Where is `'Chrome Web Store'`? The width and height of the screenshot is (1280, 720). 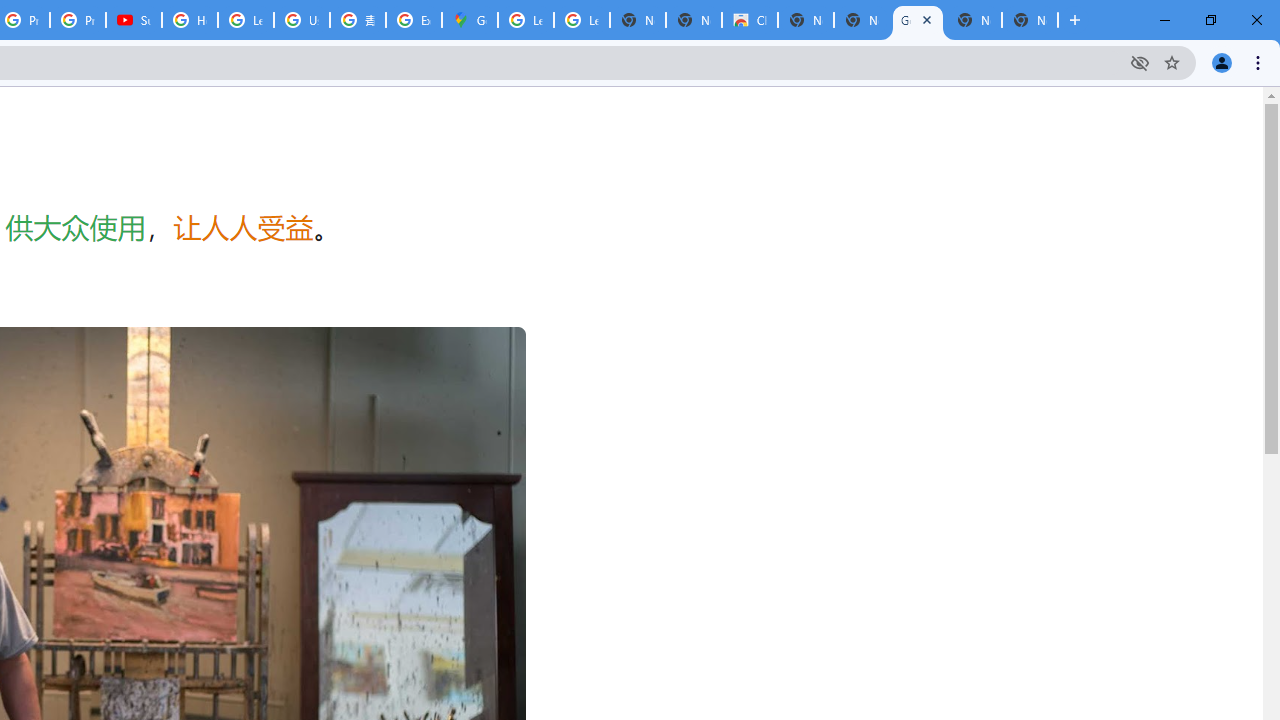 'Chrome Web Store' is located at coordinates (749, 20).